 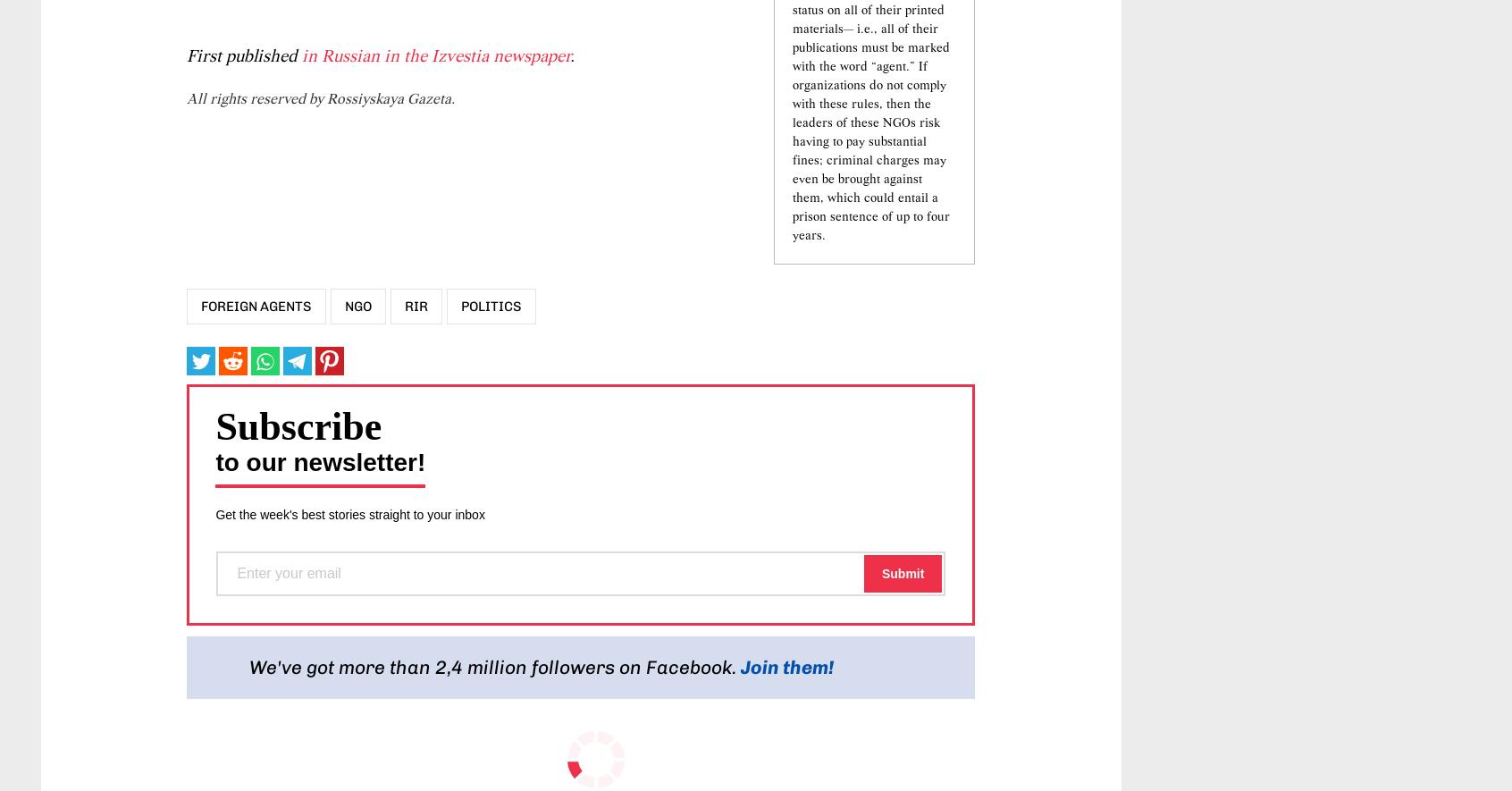 I want to click on 'Join them!', so click(x=786, y=773).